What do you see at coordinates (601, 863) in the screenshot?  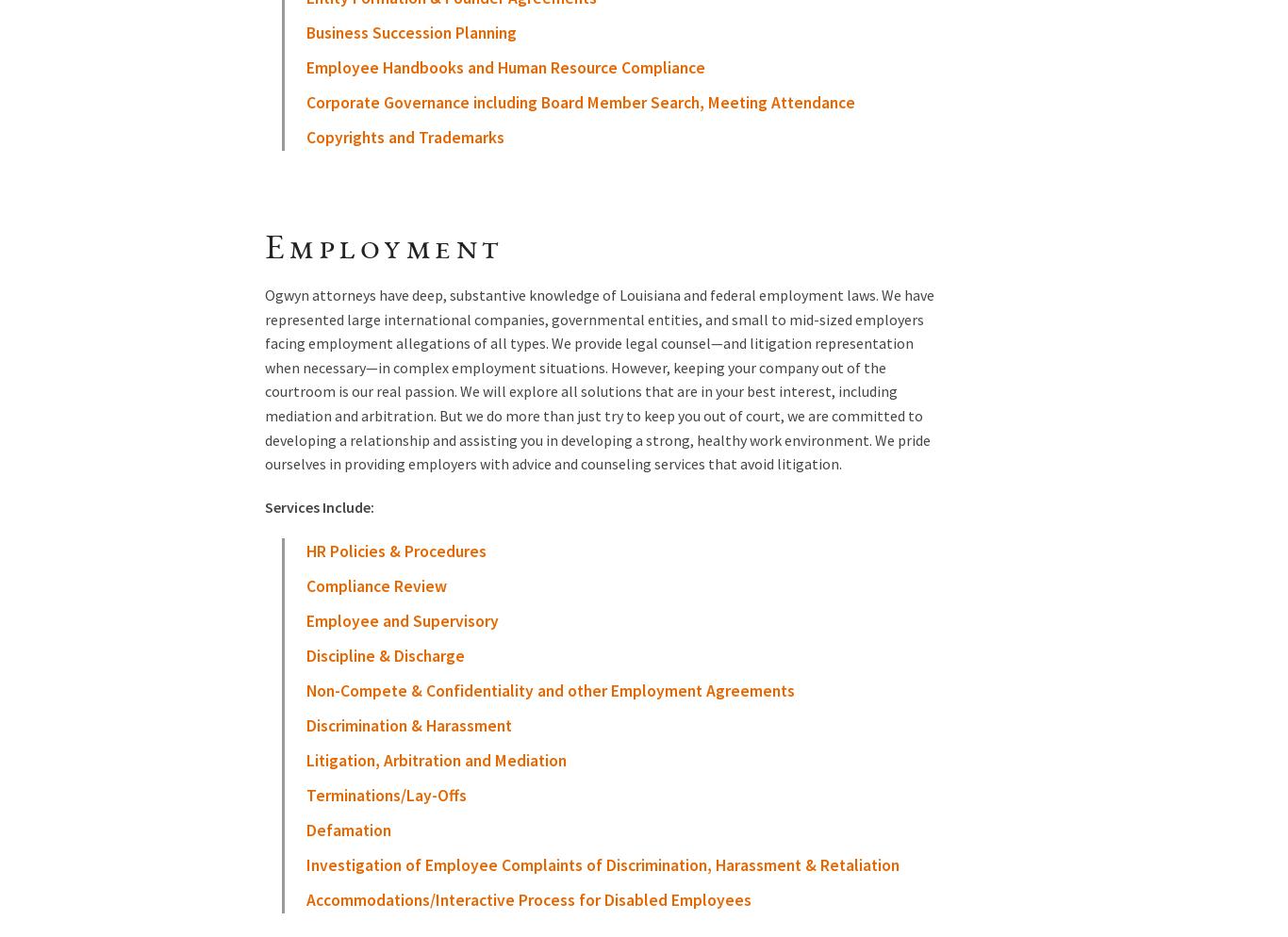 I see `'Investigation of Employee Complaints of Discrimination, Harassment & Retaliation'` at bounding box center [601, 863].